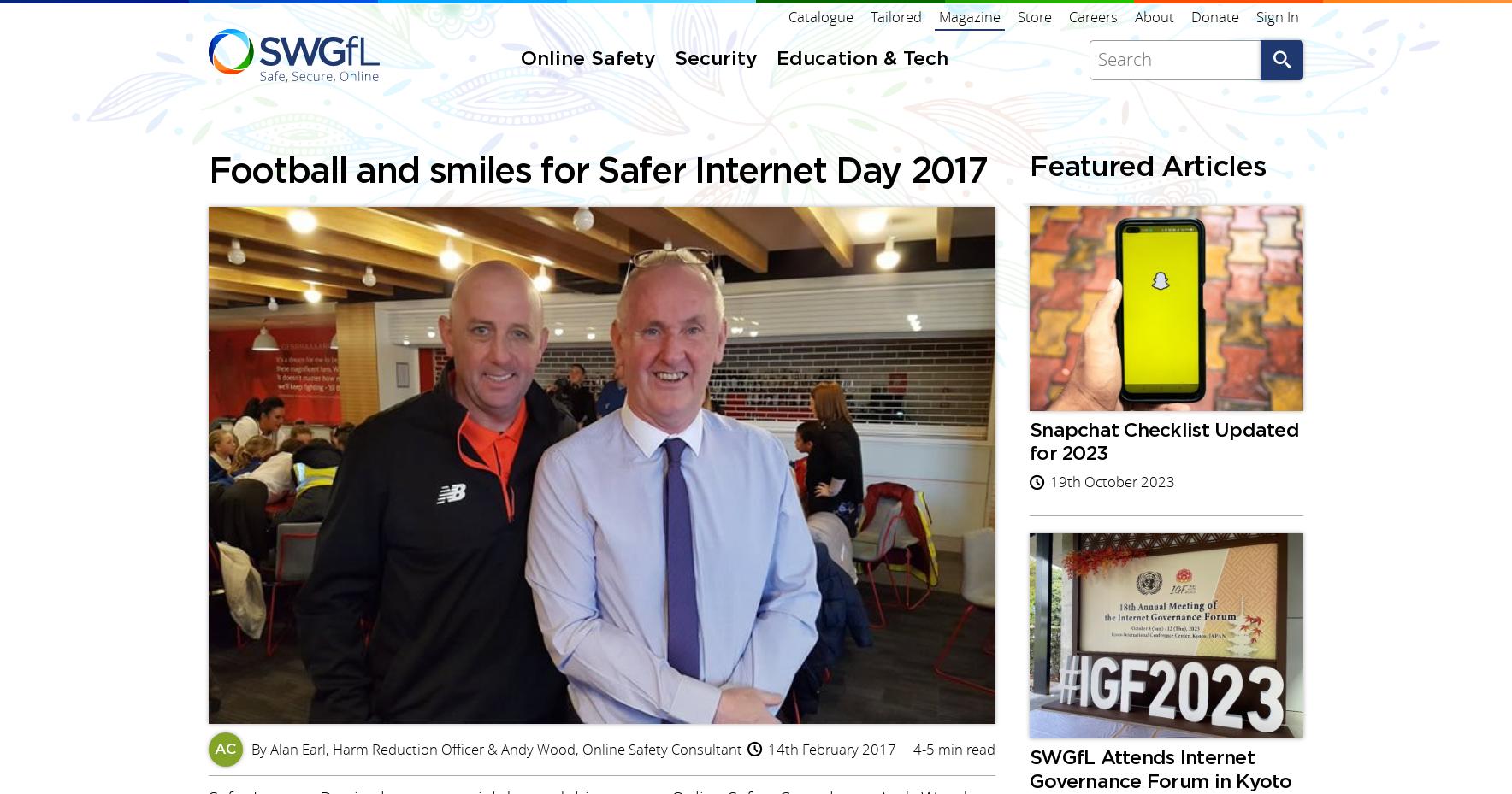 Image resolution: width=1512 pixels, height=794 pixels. Describe the element at coordinates (371, 135) in the screenshot. I see `'Facebook'` at that location.